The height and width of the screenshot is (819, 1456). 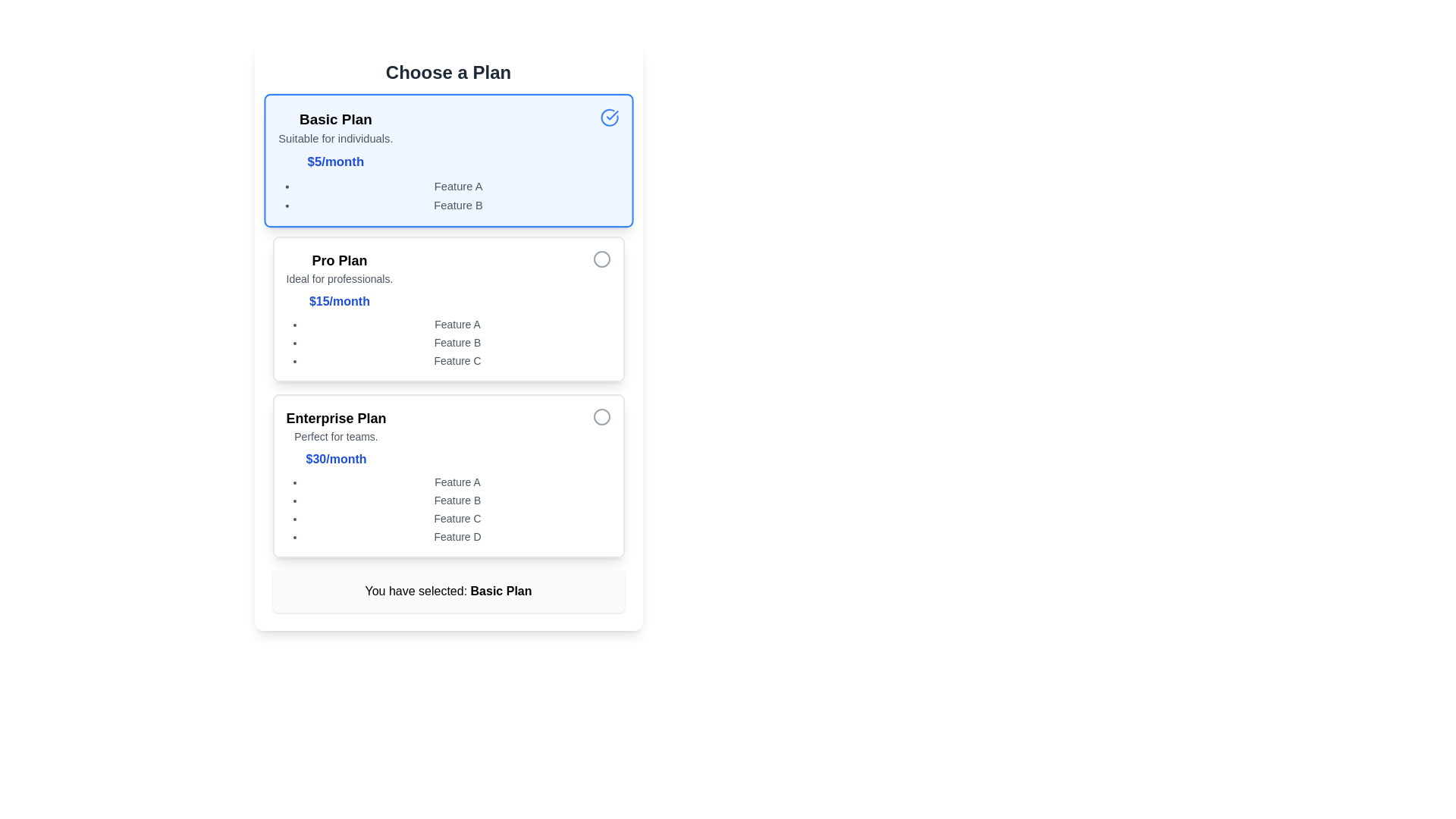 I want to click on the informational text label highlighting 'Feature A' in the 'Basic Plan' section, which is the first item in a bulleted list, so click(x=457, y=185).